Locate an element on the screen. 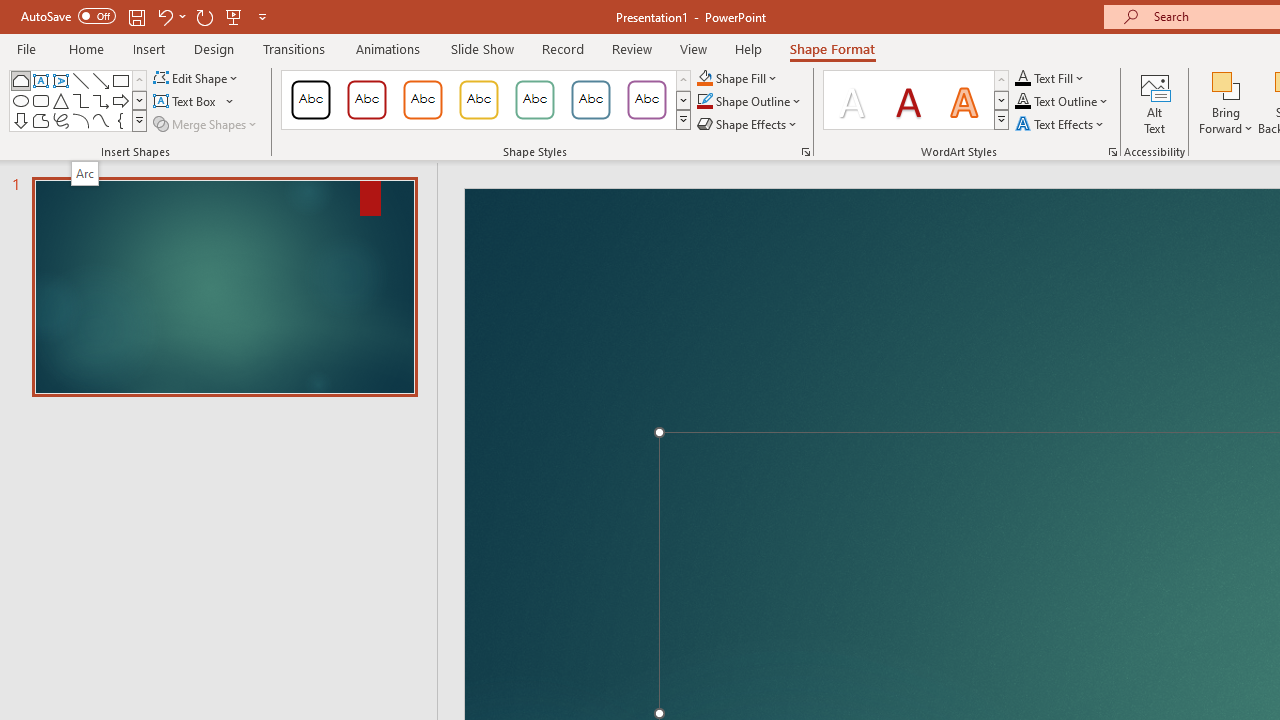  'Format Text Effects...' is located at coordinates (1111, 150).